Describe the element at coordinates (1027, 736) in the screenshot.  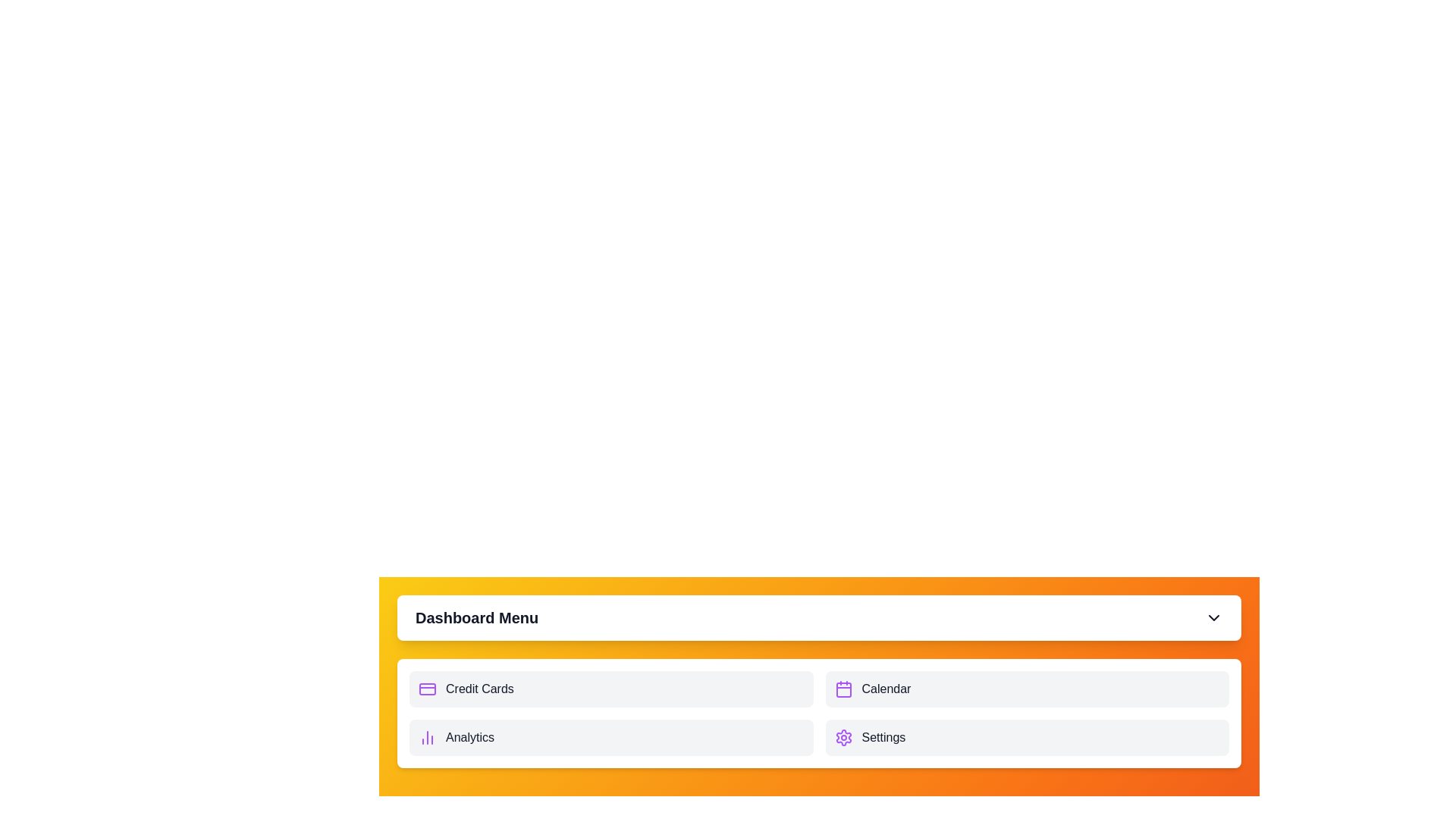
I see `the menu item Settings to activate its hover effect` at that location.